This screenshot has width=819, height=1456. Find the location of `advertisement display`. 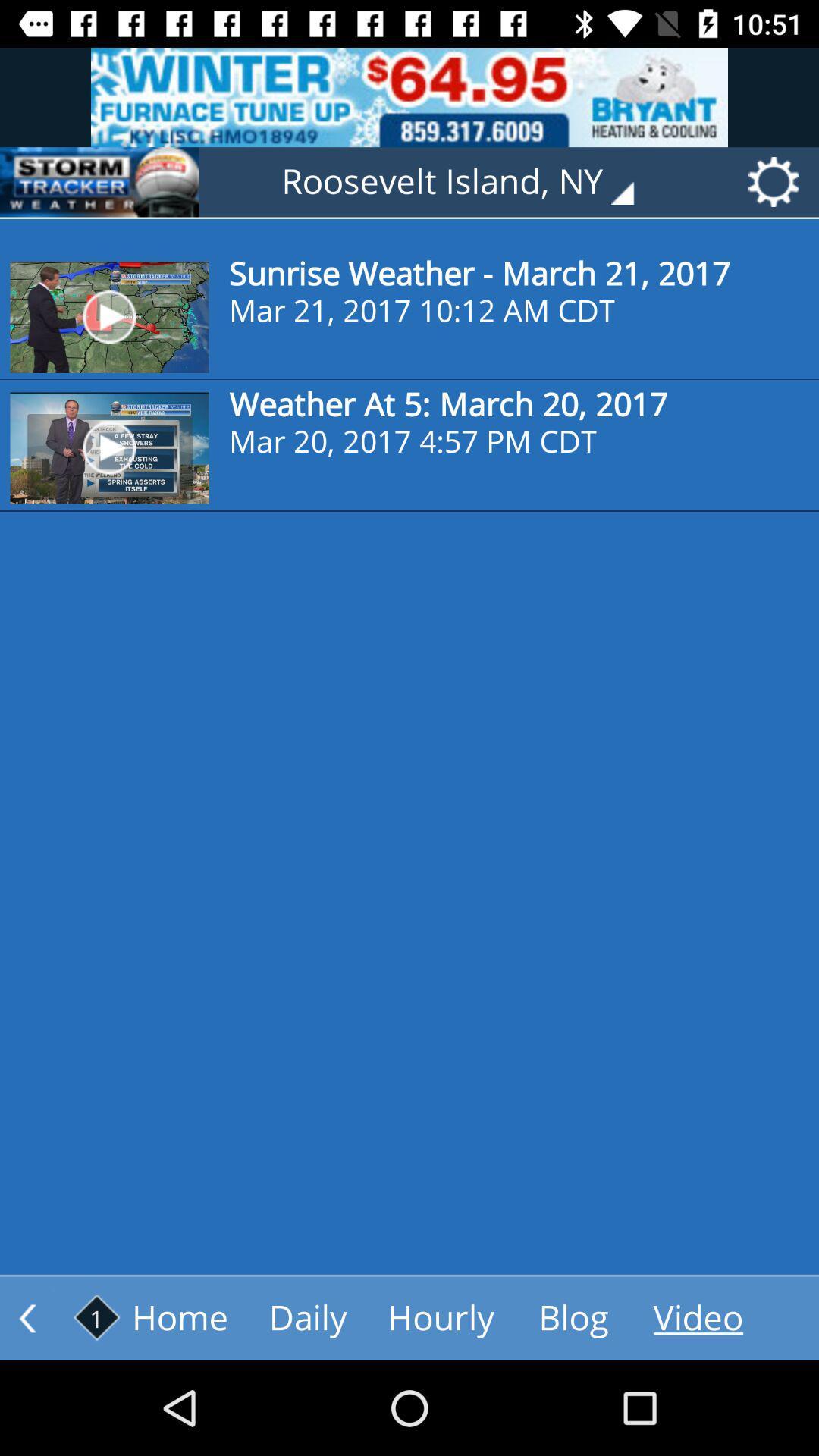

advertisement display is located at coordinates (99, 182).